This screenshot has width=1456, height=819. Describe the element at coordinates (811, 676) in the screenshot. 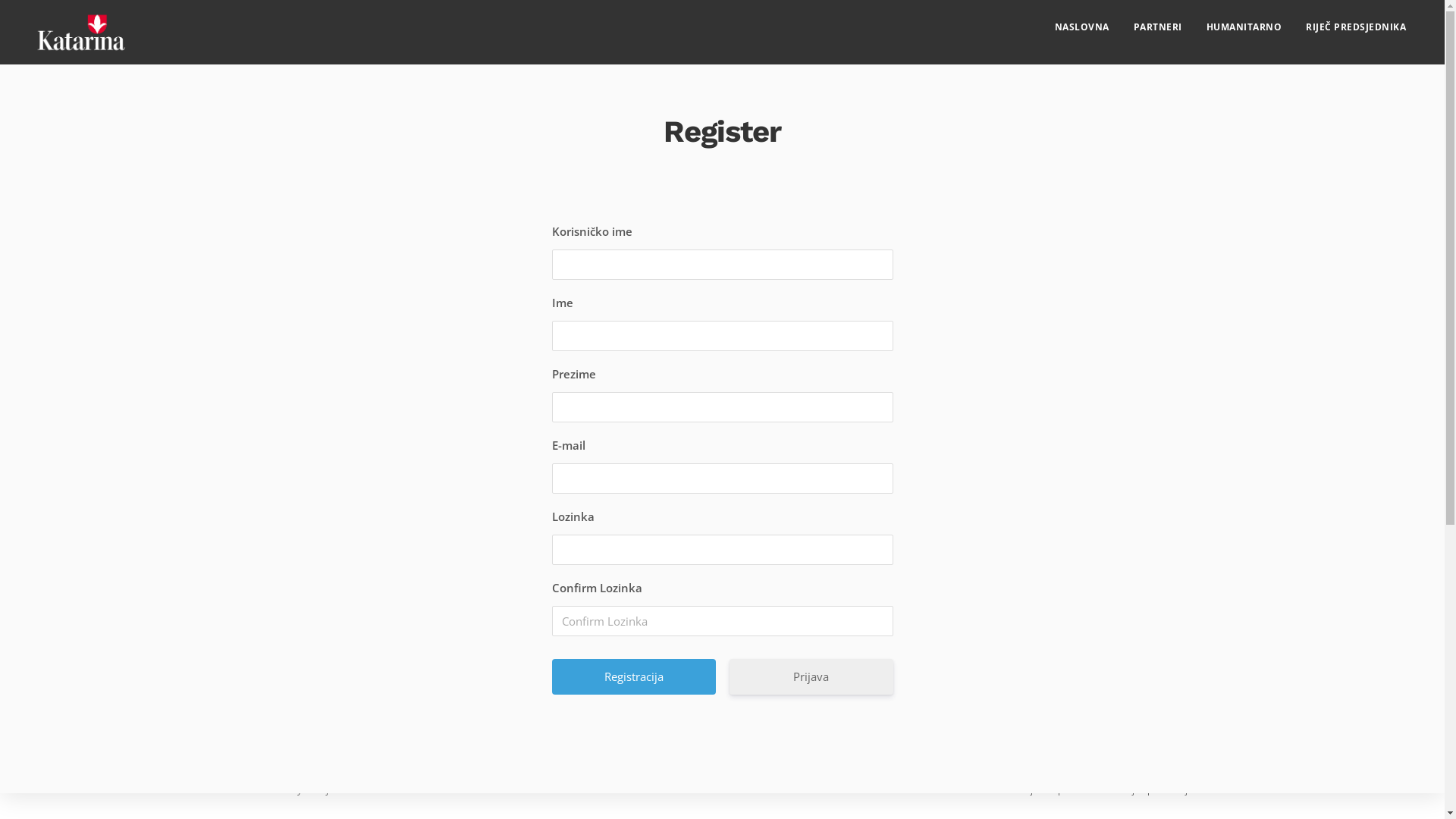

I see `'Prijava'` at that location.